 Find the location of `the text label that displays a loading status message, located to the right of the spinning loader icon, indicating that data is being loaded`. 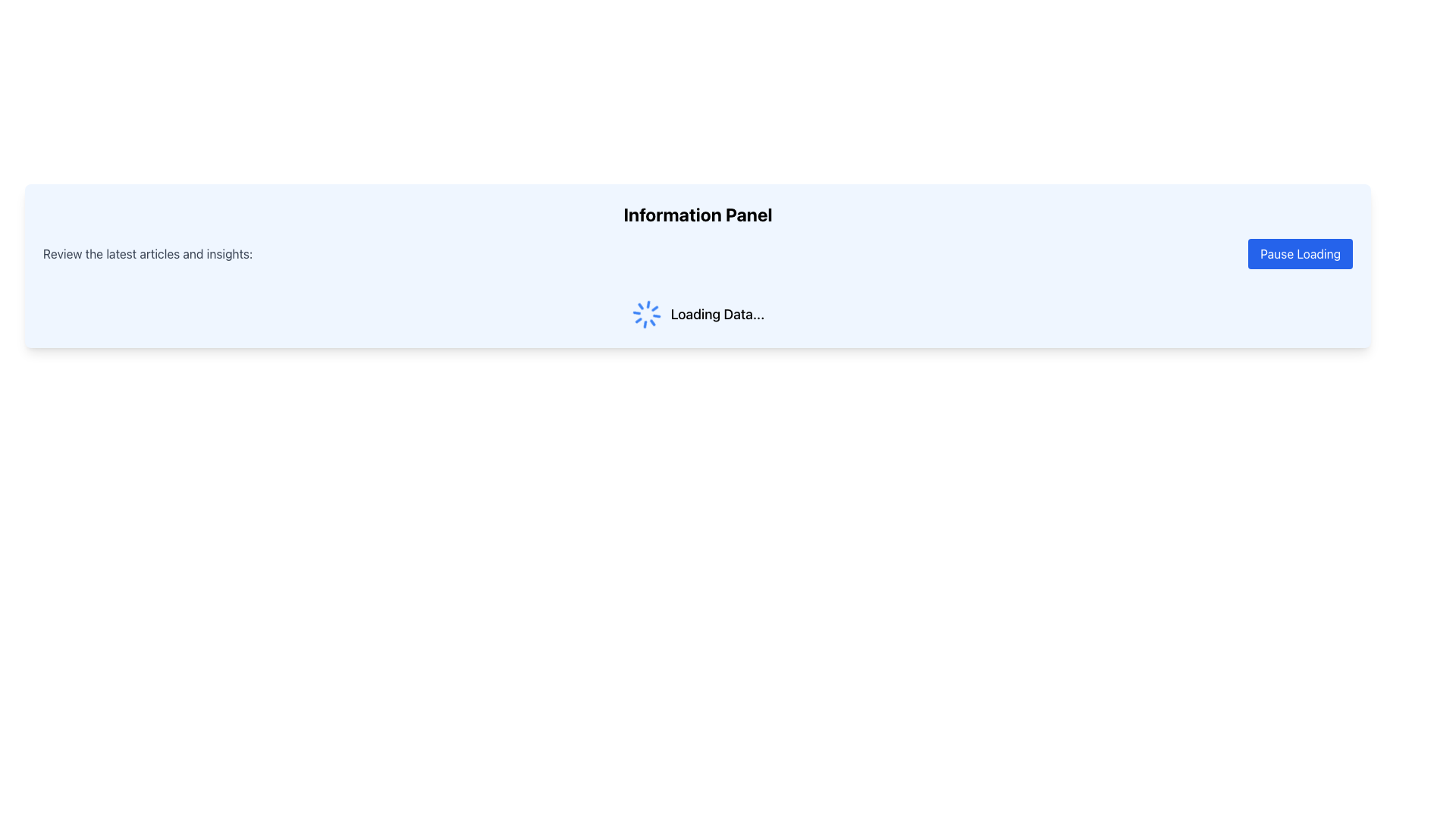

the text label that displays a loading status message, located to the right of the spinning loader icon, indicating that data is being loaded is located at coordinates (717, 314).